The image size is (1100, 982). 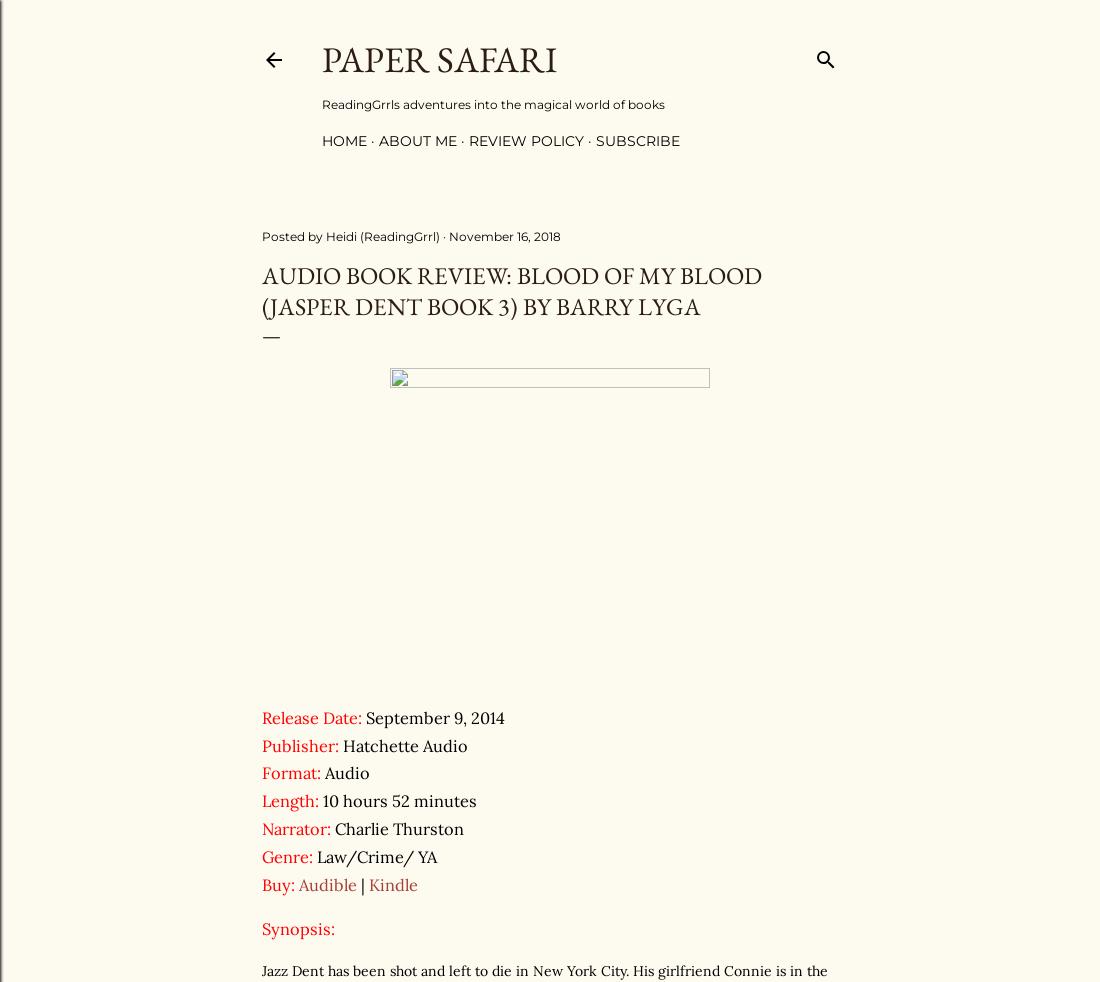 What do you see at coordinates (327, 883) in the screenshot?
I see `'Audible'` at bounding box center [327, 883].